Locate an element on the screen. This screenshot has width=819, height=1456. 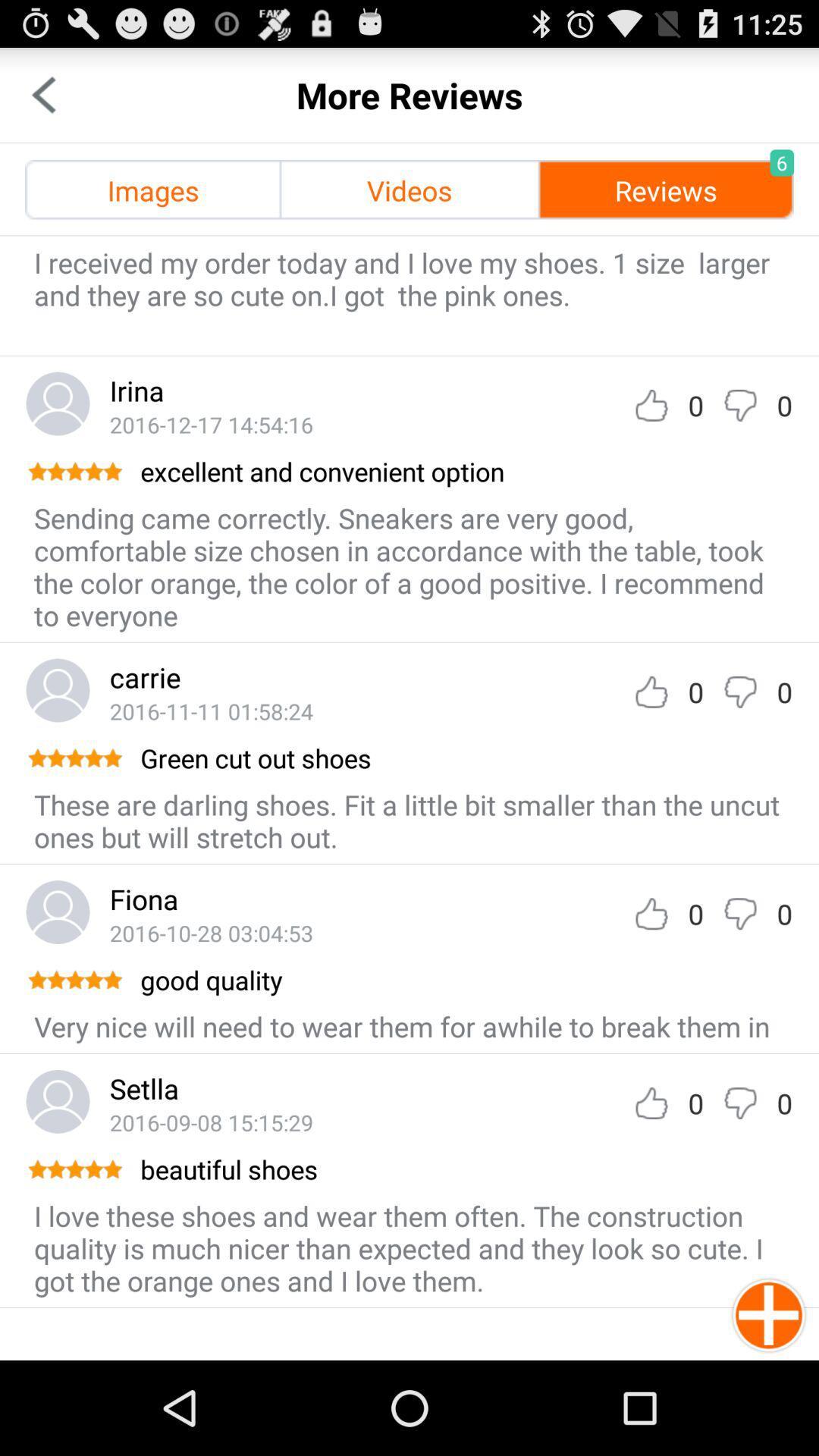
icon above the 2016 10 28 item is located at coordinates (144, 899).